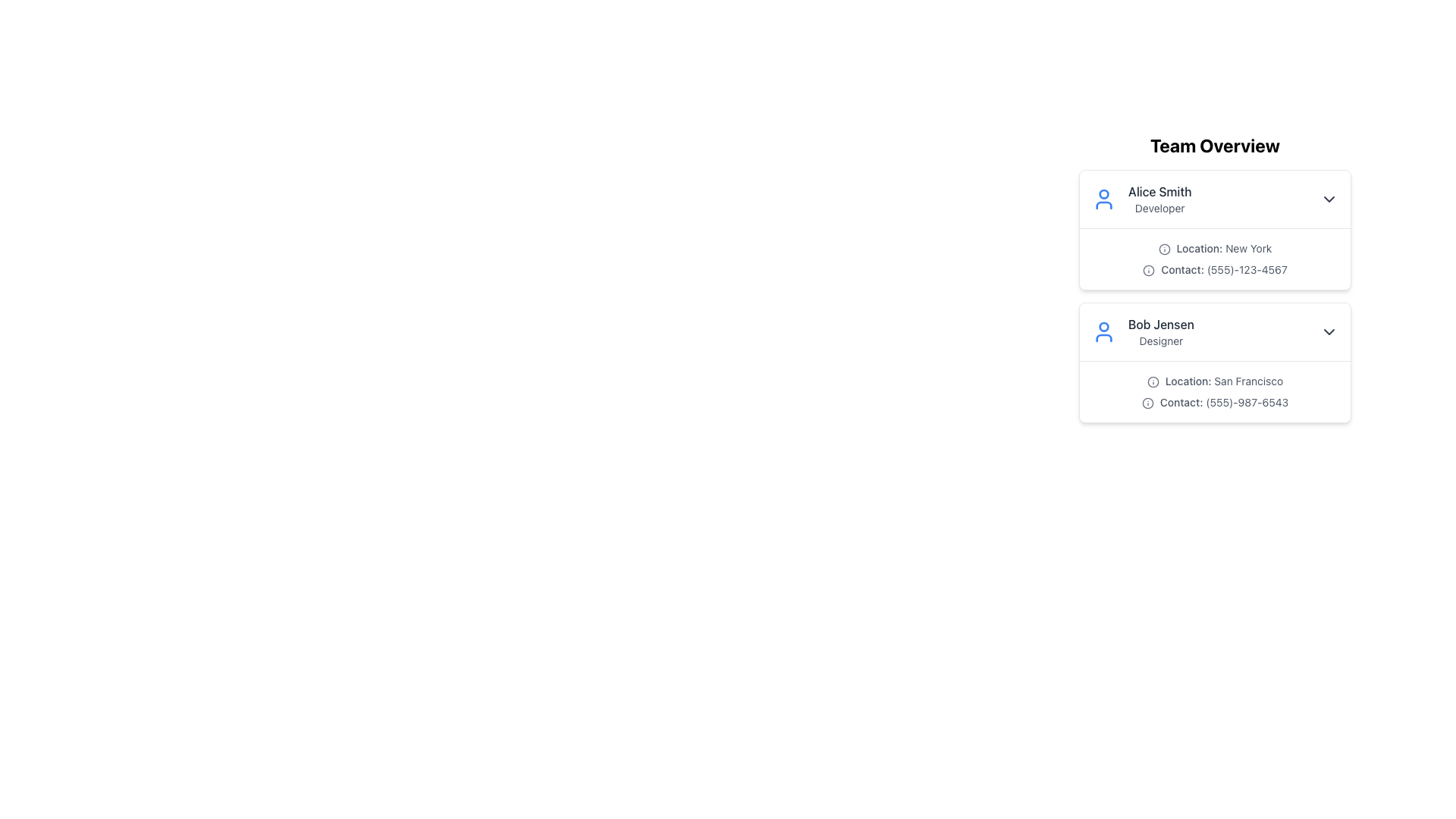  I want to click on the informational icon located to the left of the text 'Contact: (555)-123-4567' in the first card under 'Team Overview', so click(1149, 270).